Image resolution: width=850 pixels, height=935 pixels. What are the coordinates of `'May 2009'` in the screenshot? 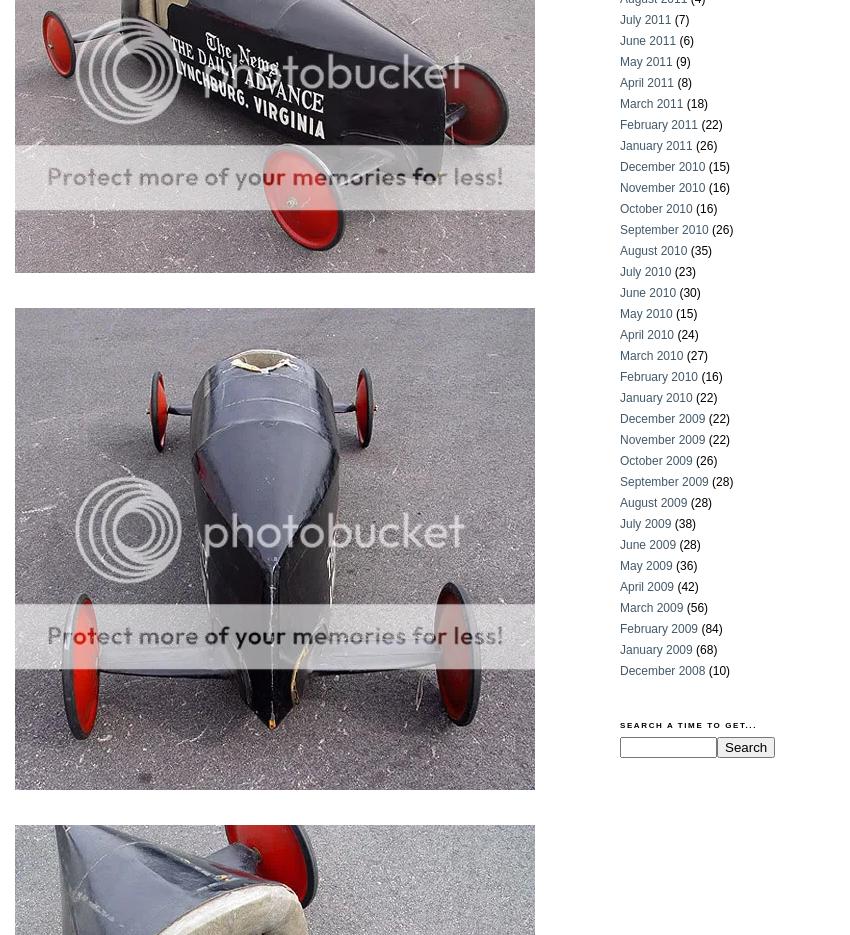 It's located at (646, 565).